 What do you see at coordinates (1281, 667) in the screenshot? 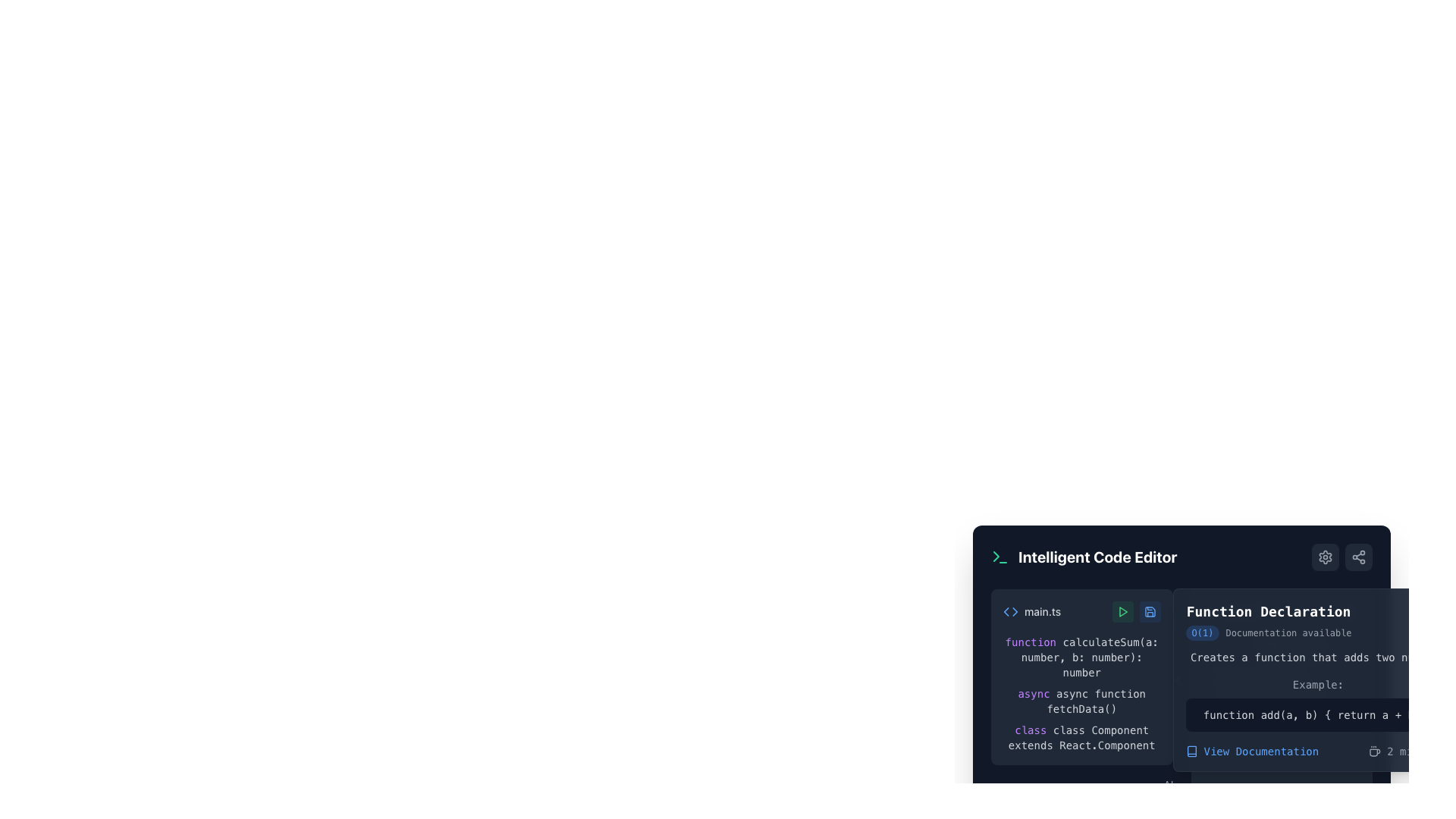
I see `the text display element located in the lower-right section of the 'Output' pane, which shows progress and results of operations, specifically between 'Running tests...' and 'All tests passed'` at bounding box center [1281, 667].